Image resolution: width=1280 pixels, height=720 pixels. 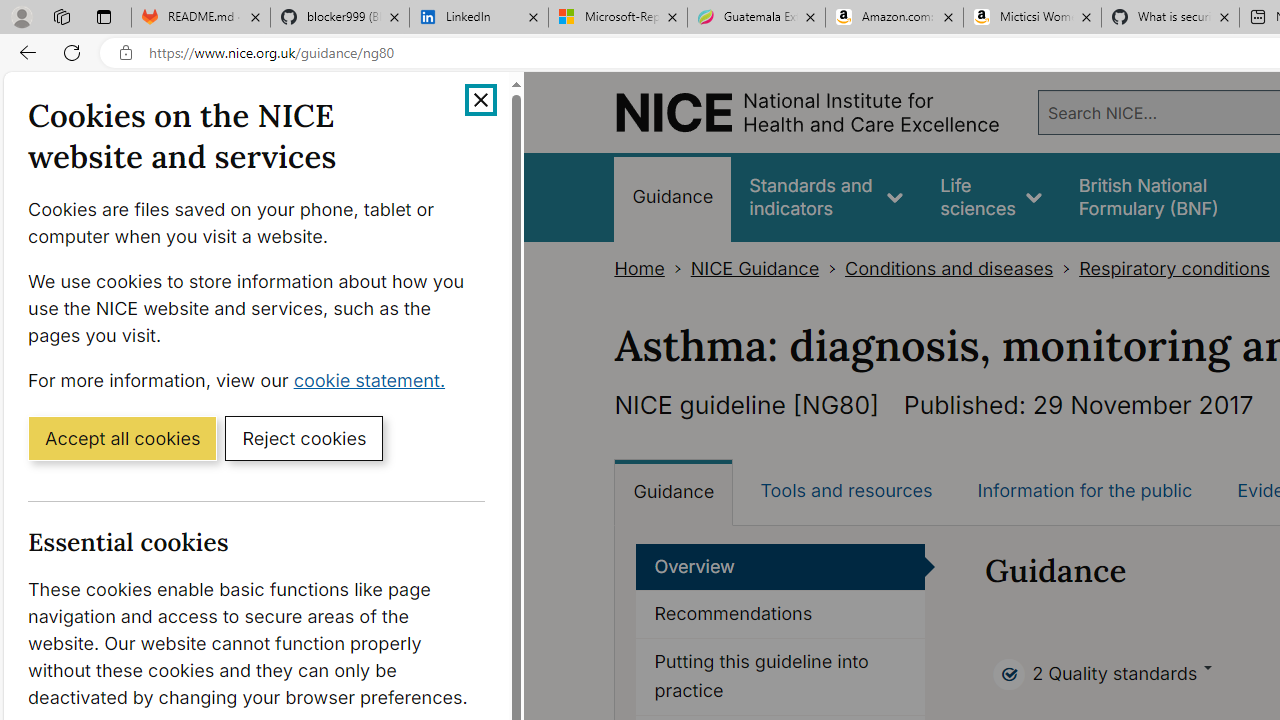 I want to click on 'Conditions and diseases>', so click(x=962, y=268).